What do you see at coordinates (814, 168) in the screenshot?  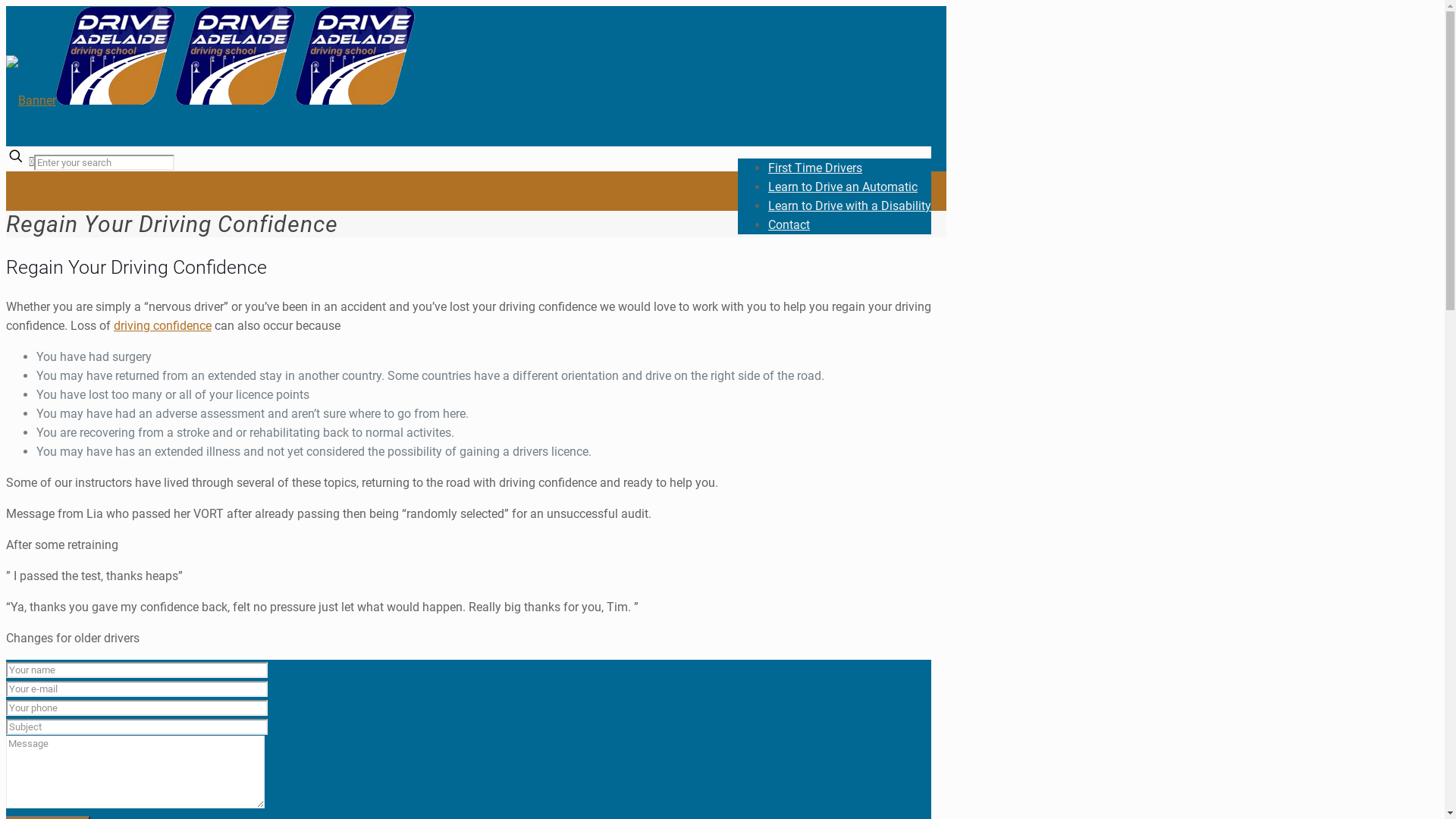 I see `'First Time Drivers'` at bounding box center [814, 168].